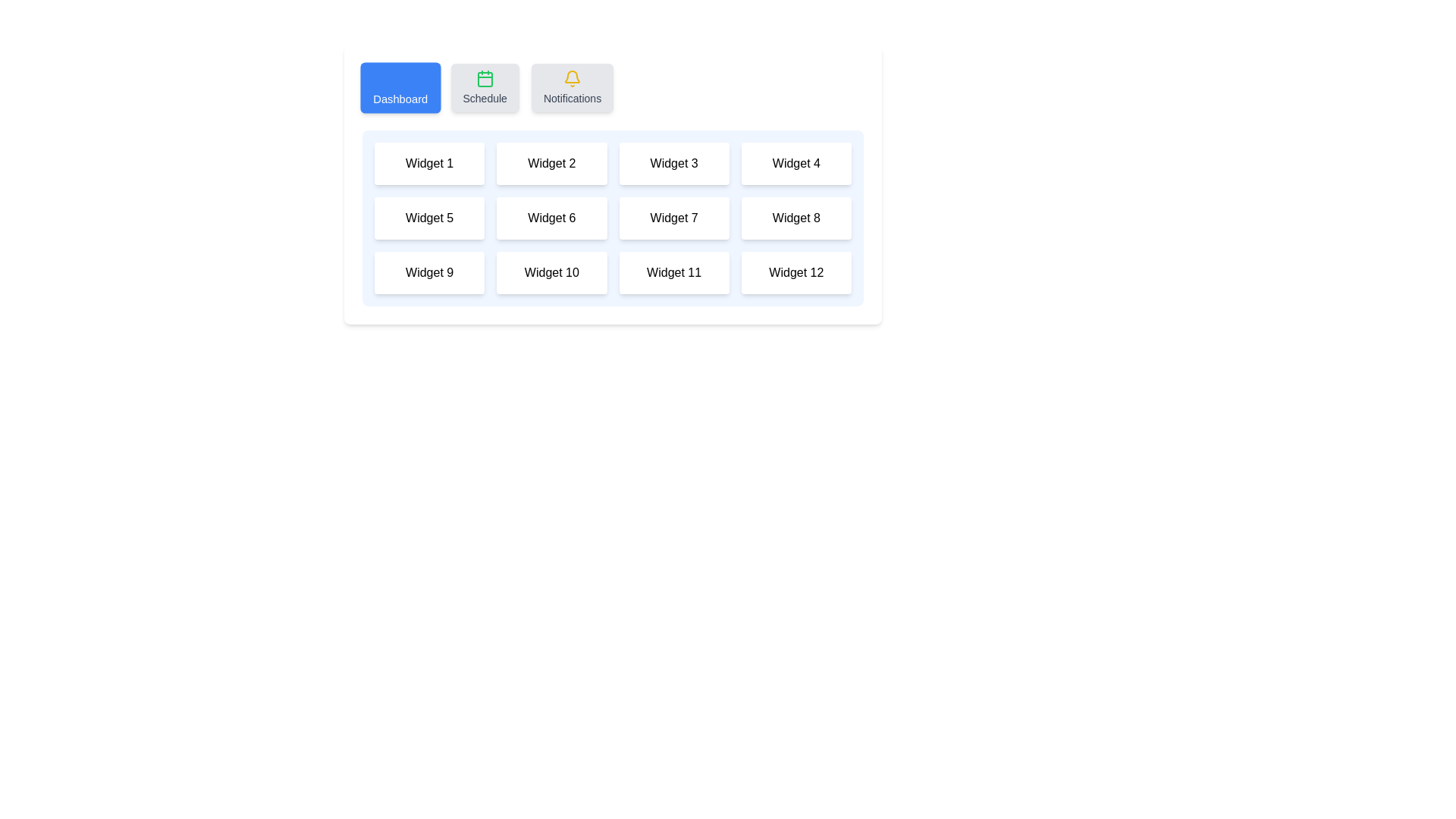 This screenshot has width=1456, height=819. Describe the element at coordinates (571, 87) in the screenshot. I see `the tab labeled Notifications to preview its appearance` at that location.